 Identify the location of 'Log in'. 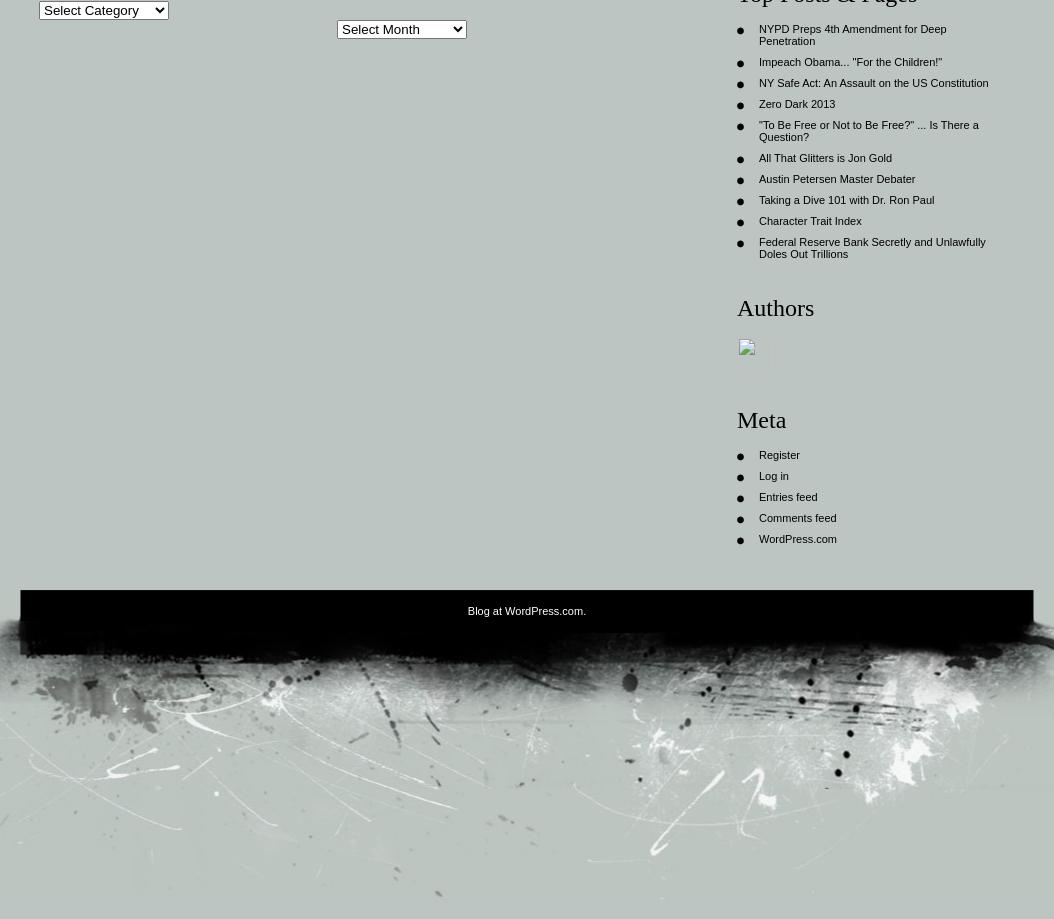
(758, 474).